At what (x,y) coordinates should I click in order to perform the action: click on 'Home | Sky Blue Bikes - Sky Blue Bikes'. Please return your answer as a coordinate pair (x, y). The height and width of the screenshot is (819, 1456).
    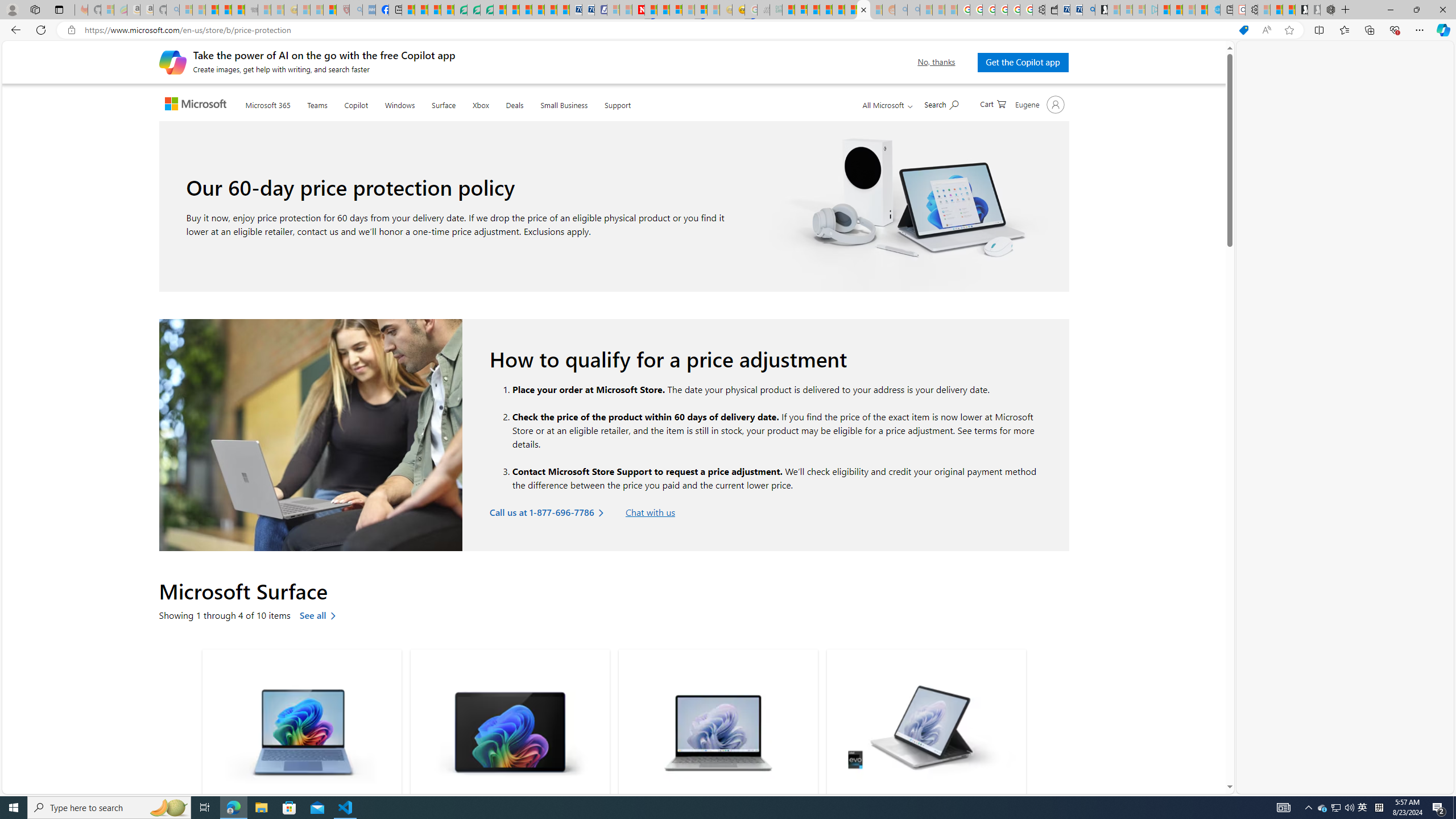
    Looking at the image, I should click on (1213, 9).